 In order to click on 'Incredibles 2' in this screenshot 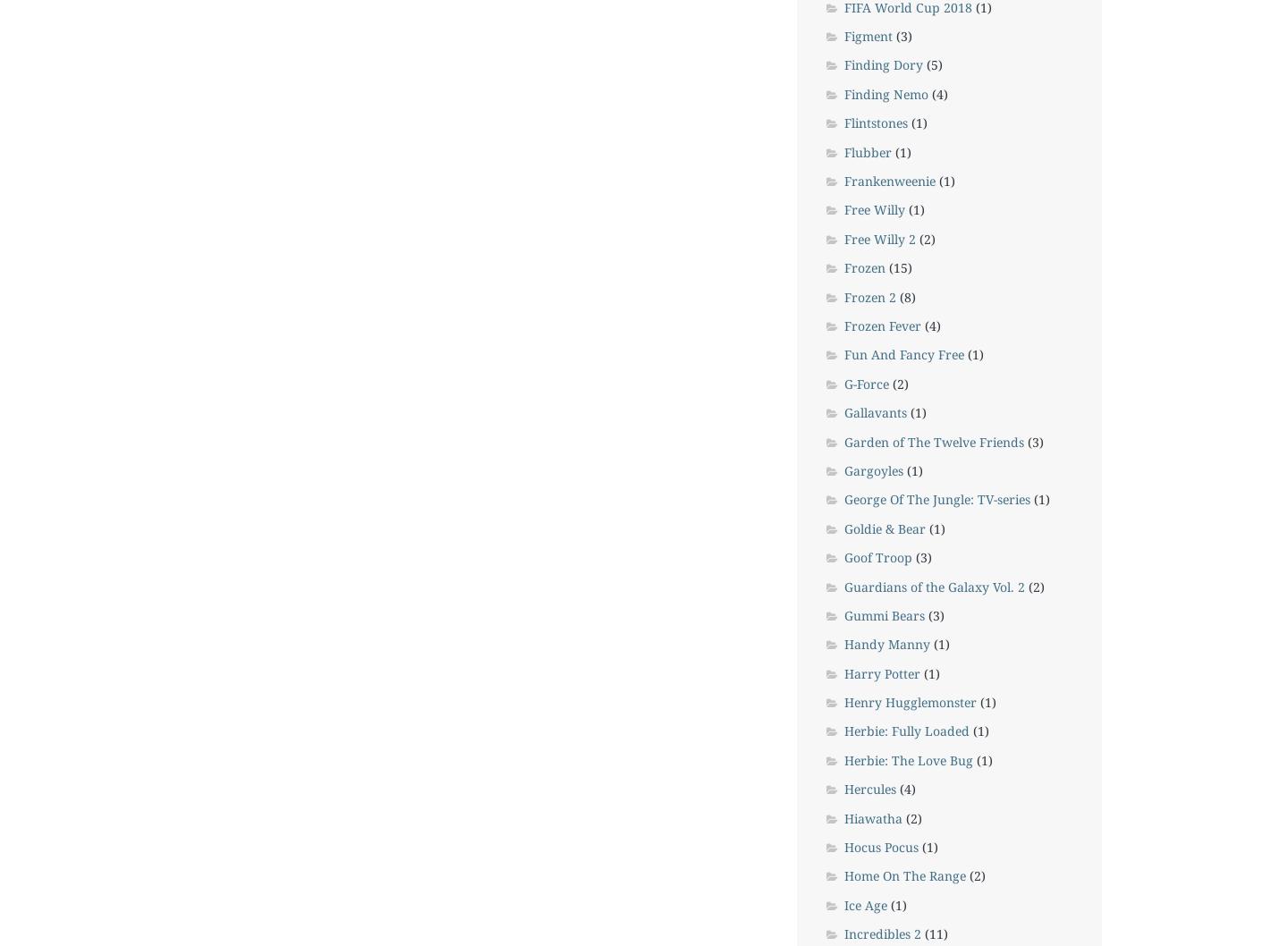, I will do `click(843, 933)`.